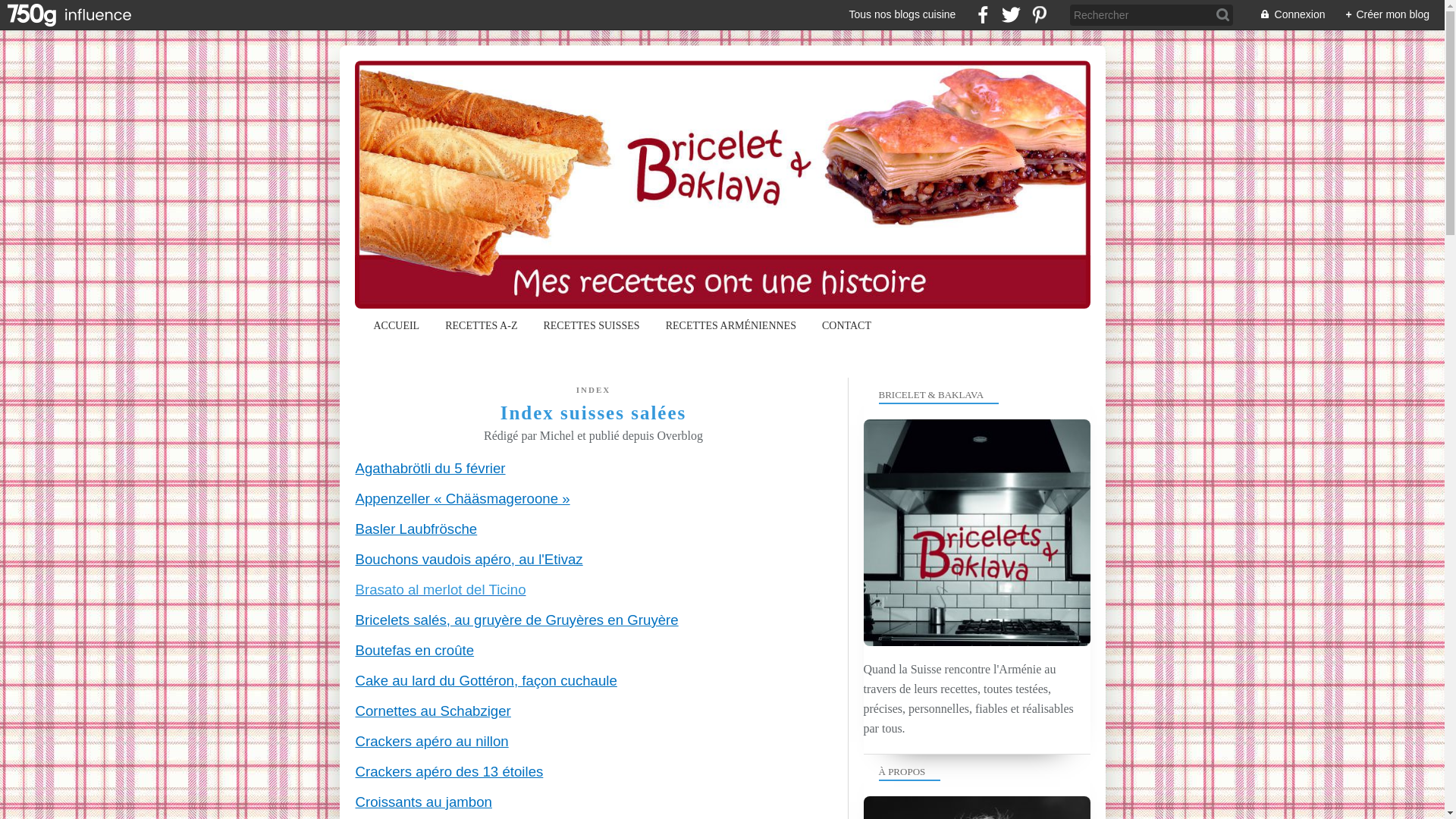  Describe the element at coordinates (353, 588) in the screenshot. I see `'Brasato al merlot del Ticino'` at that location.